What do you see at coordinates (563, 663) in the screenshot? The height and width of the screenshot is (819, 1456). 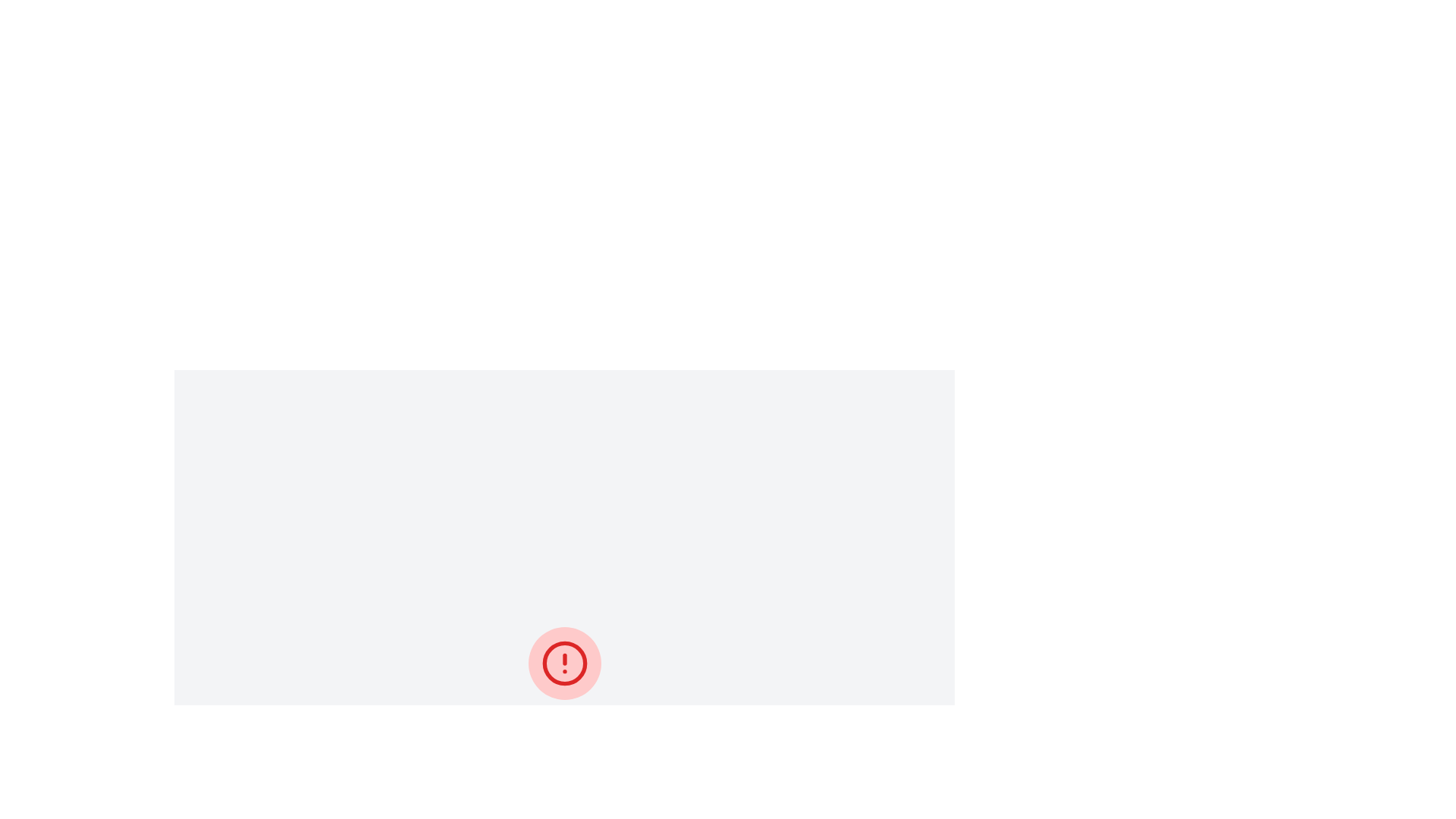 I see `the circular graphical element that is part of a visual alert or warning icon, located at the bottom-center of the interface` at bounding box center [563, 663].